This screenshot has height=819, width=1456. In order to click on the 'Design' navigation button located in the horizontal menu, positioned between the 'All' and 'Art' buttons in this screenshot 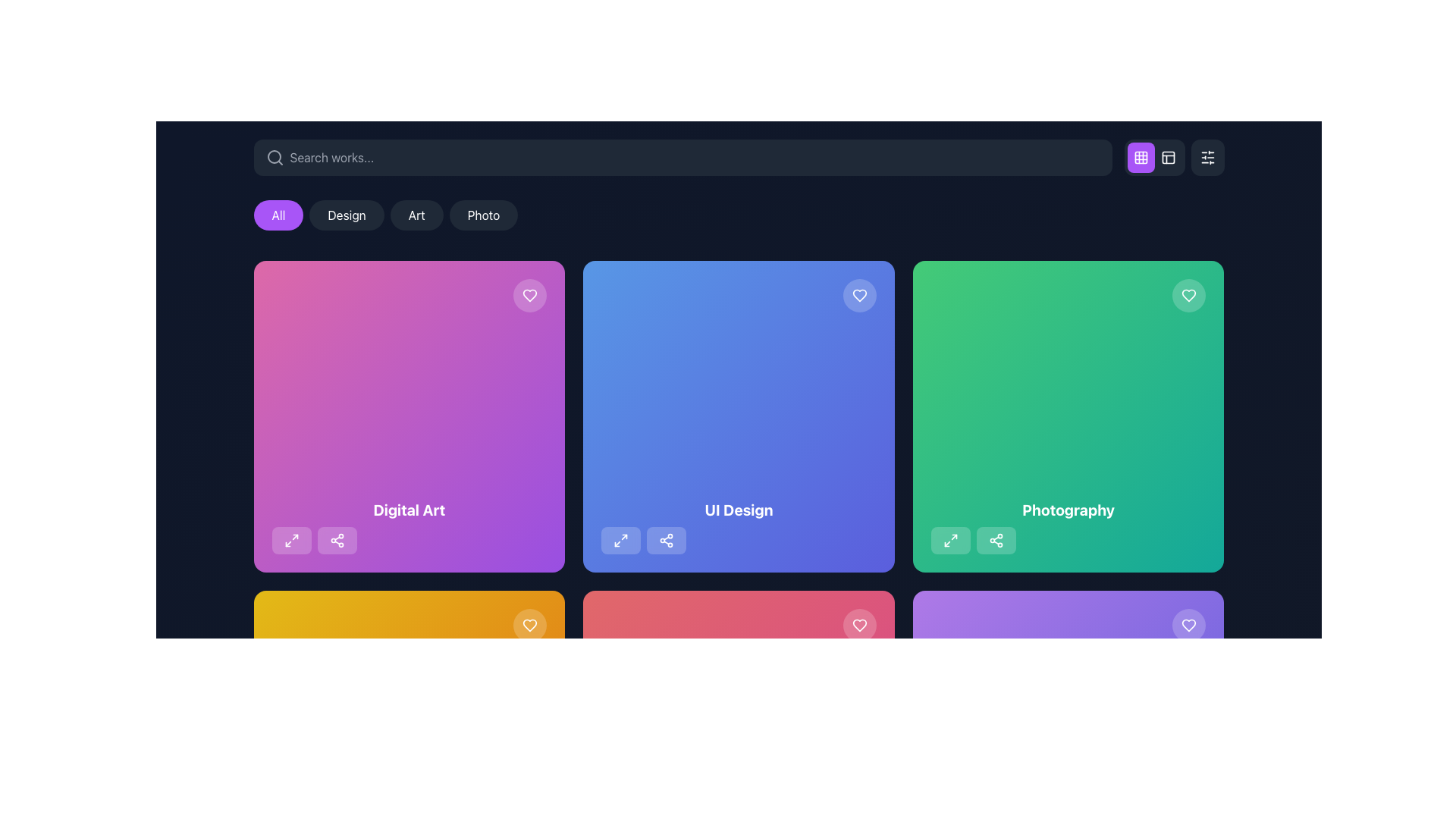, I will do `click(346, 215)`.